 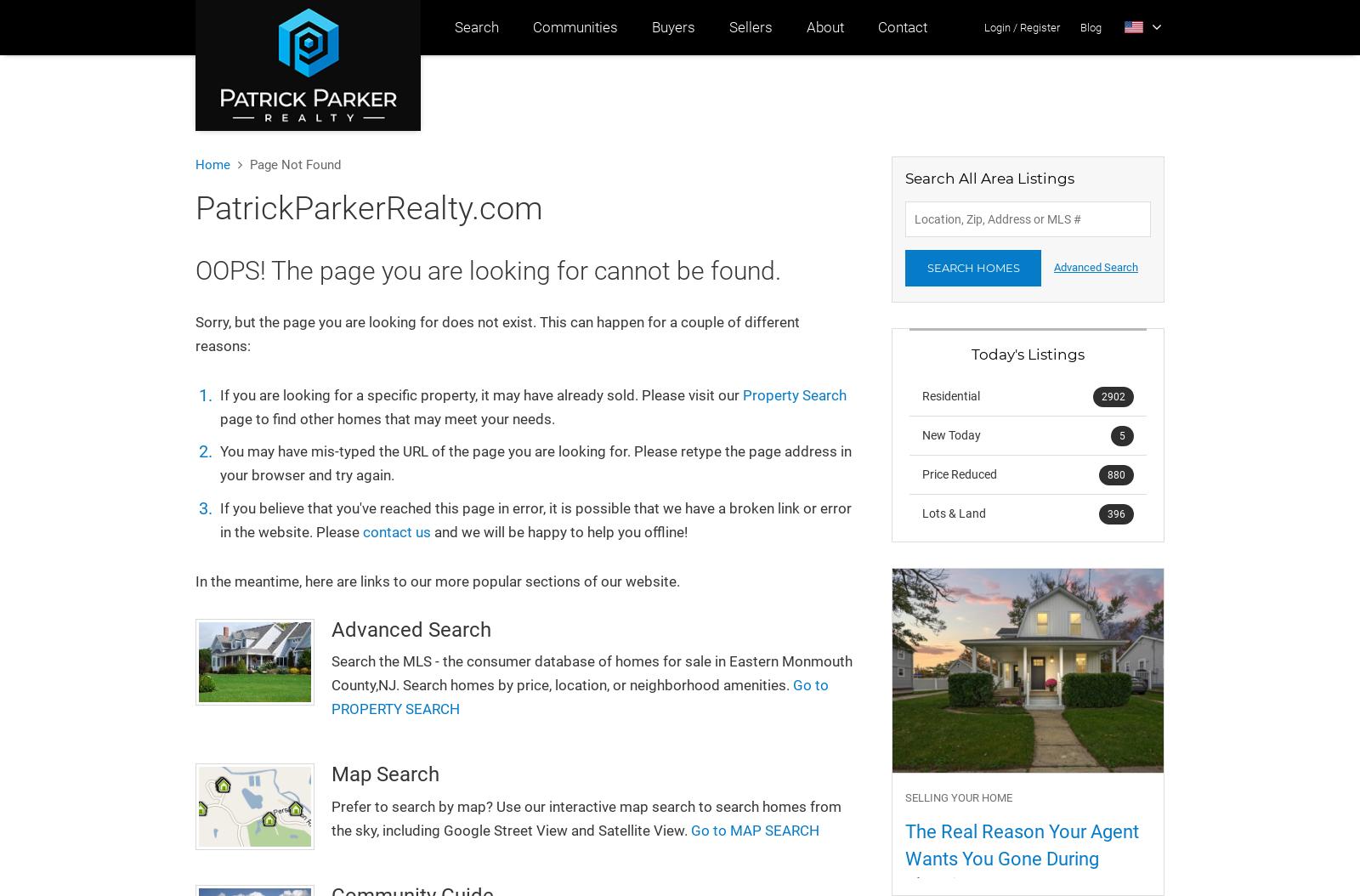 I want to click on 'Price Reduced', so click(x=921, y=474).